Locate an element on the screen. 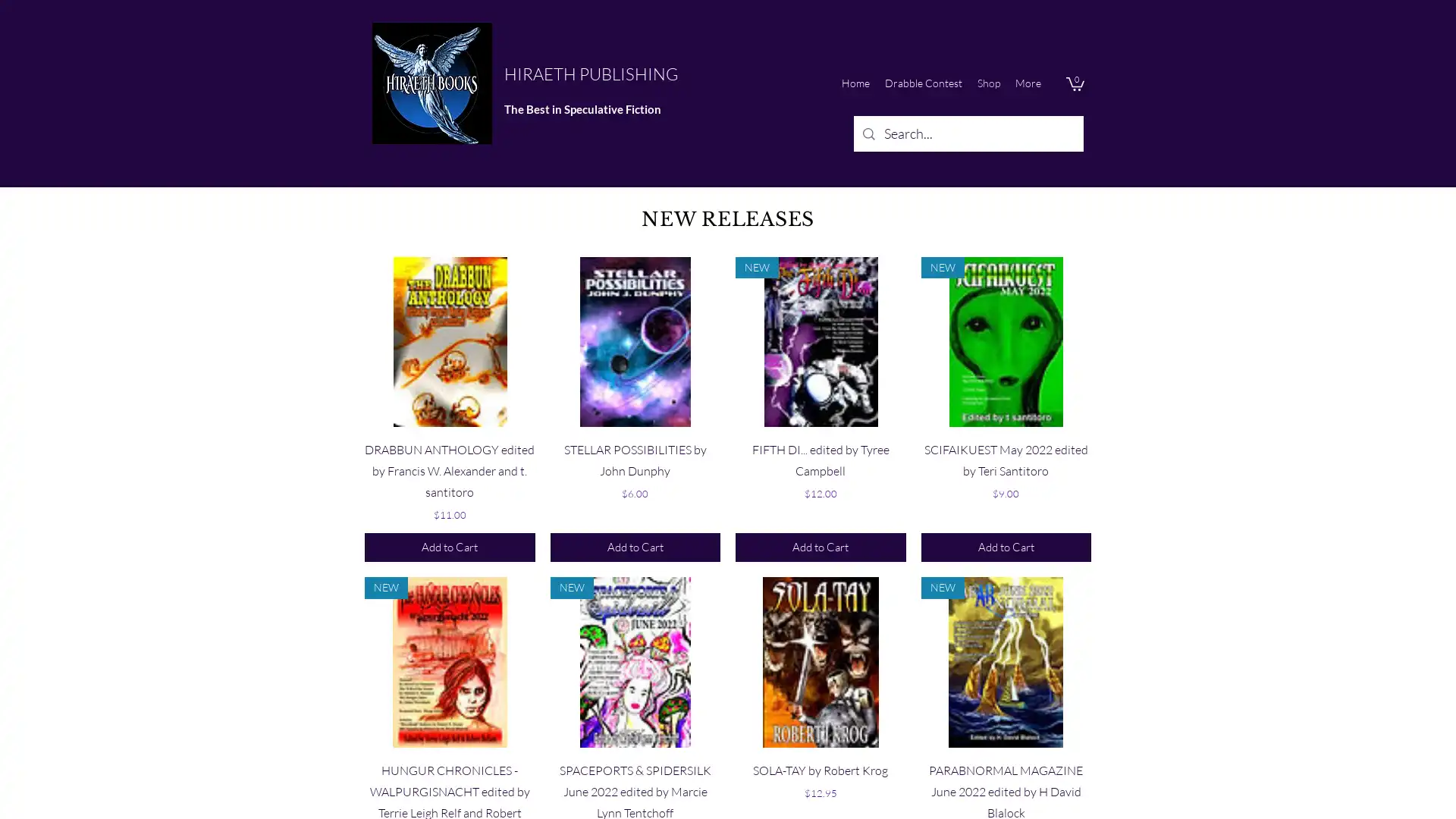  Quick View is located at coordinates (819, 766).